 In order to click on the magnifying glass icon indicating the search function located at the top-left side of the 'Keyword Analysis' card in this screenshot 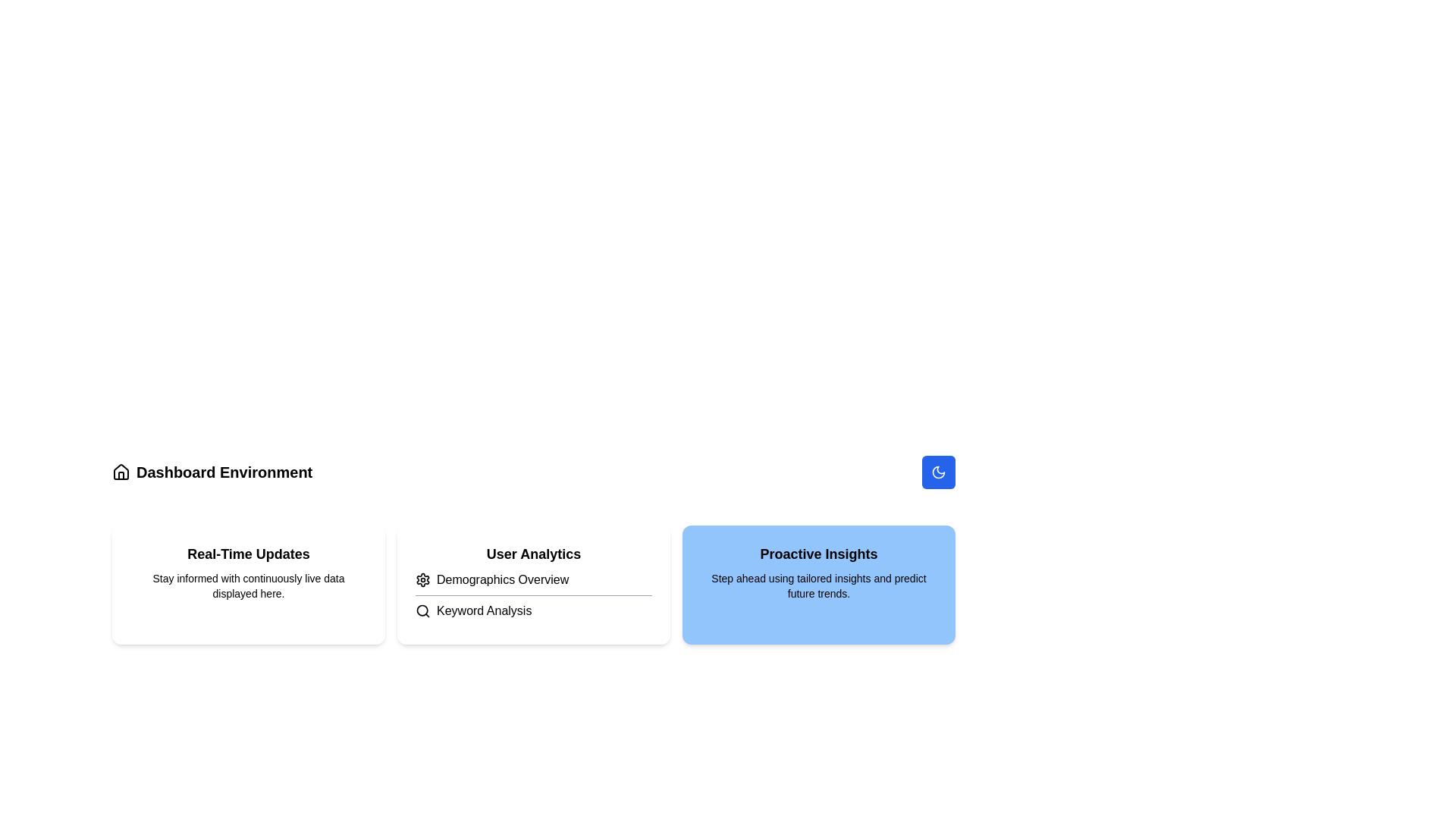, I will do `click(422, 610)`.